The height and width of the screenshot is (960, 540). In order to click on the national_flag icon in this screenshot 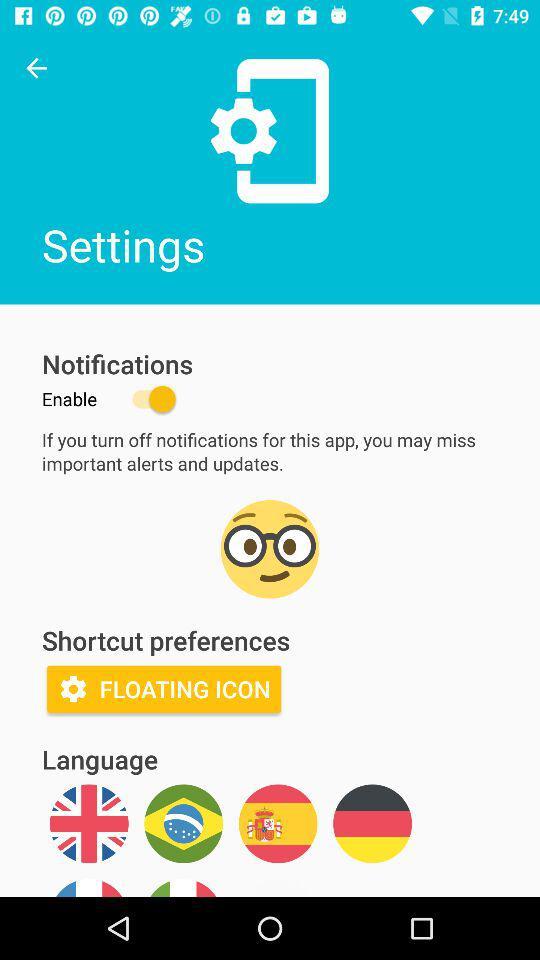, I will do `click(88, 823)`.